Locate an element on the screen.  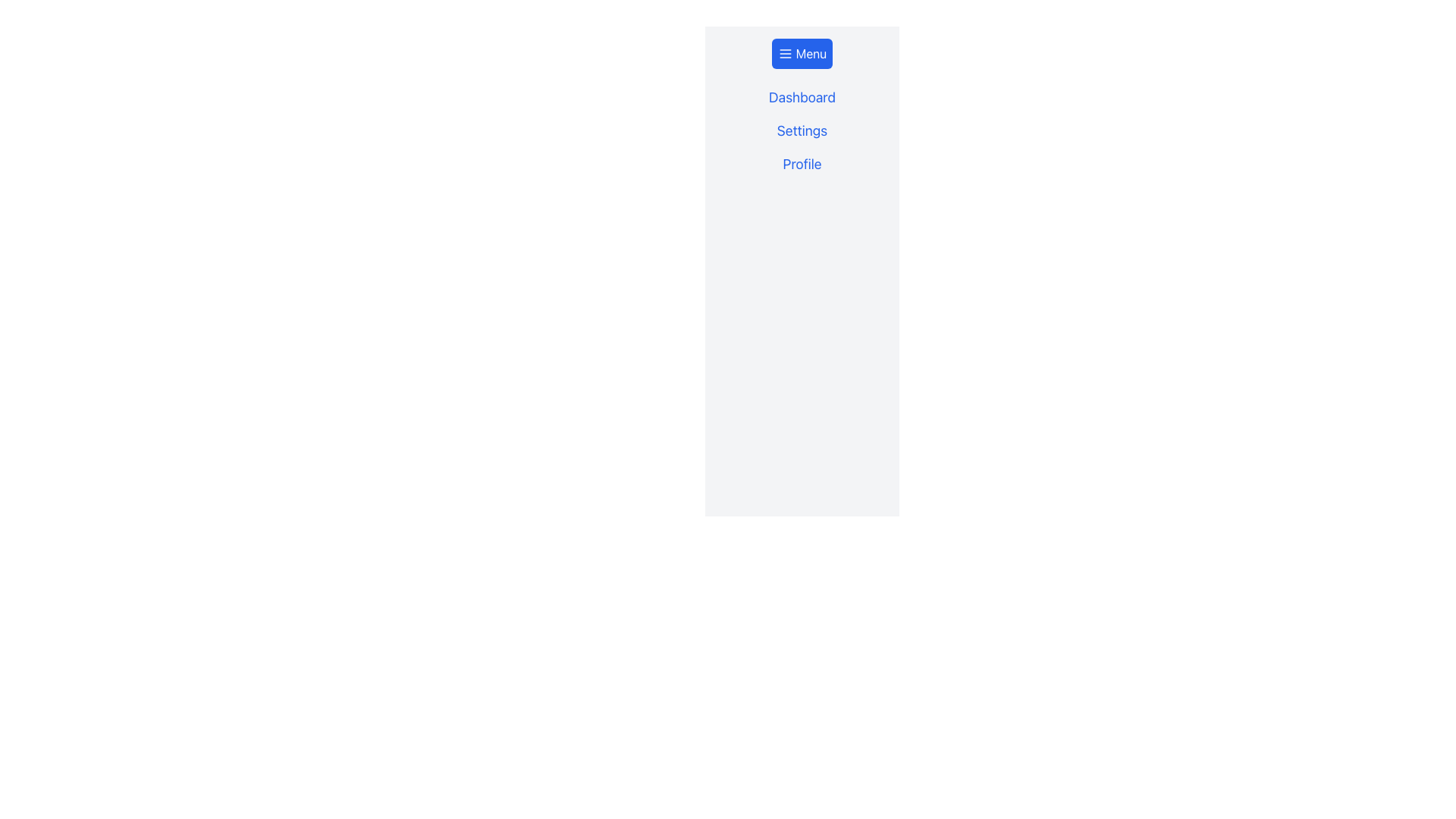
the top sidebar button is located at coordinates (801, 52).